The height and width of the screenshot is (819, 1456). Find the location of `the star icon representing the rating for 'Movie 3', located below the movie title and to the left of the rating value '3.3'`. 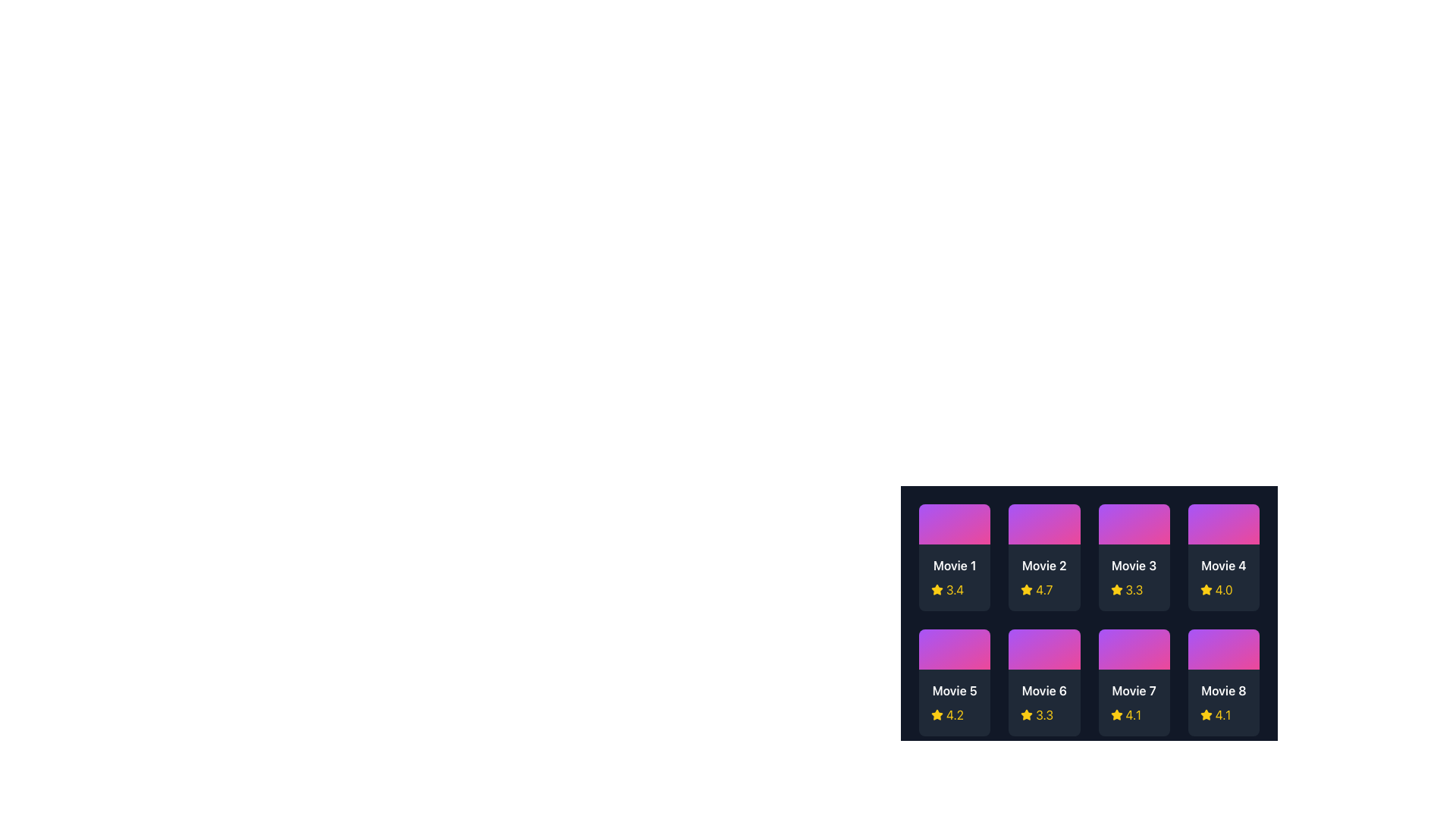

the star icon representing the rating for 'Movie 3', located below the movie title and to the left of the rating value '3.3' is located at coordinates (1116, 589).